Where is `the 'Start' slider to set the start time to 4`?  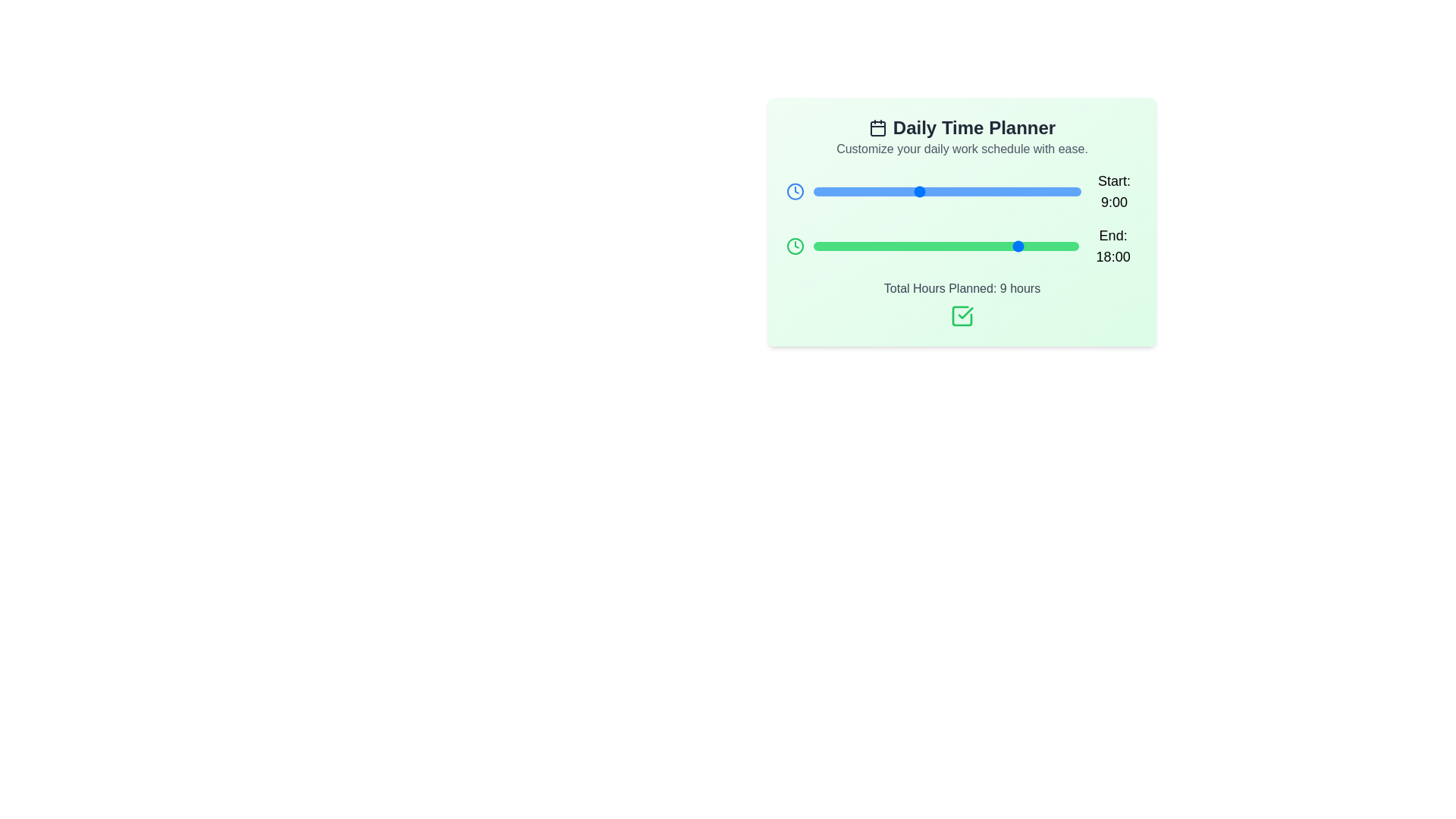 the 'Start' slider to set the start time to 4 is located at coordinates (860, 191).